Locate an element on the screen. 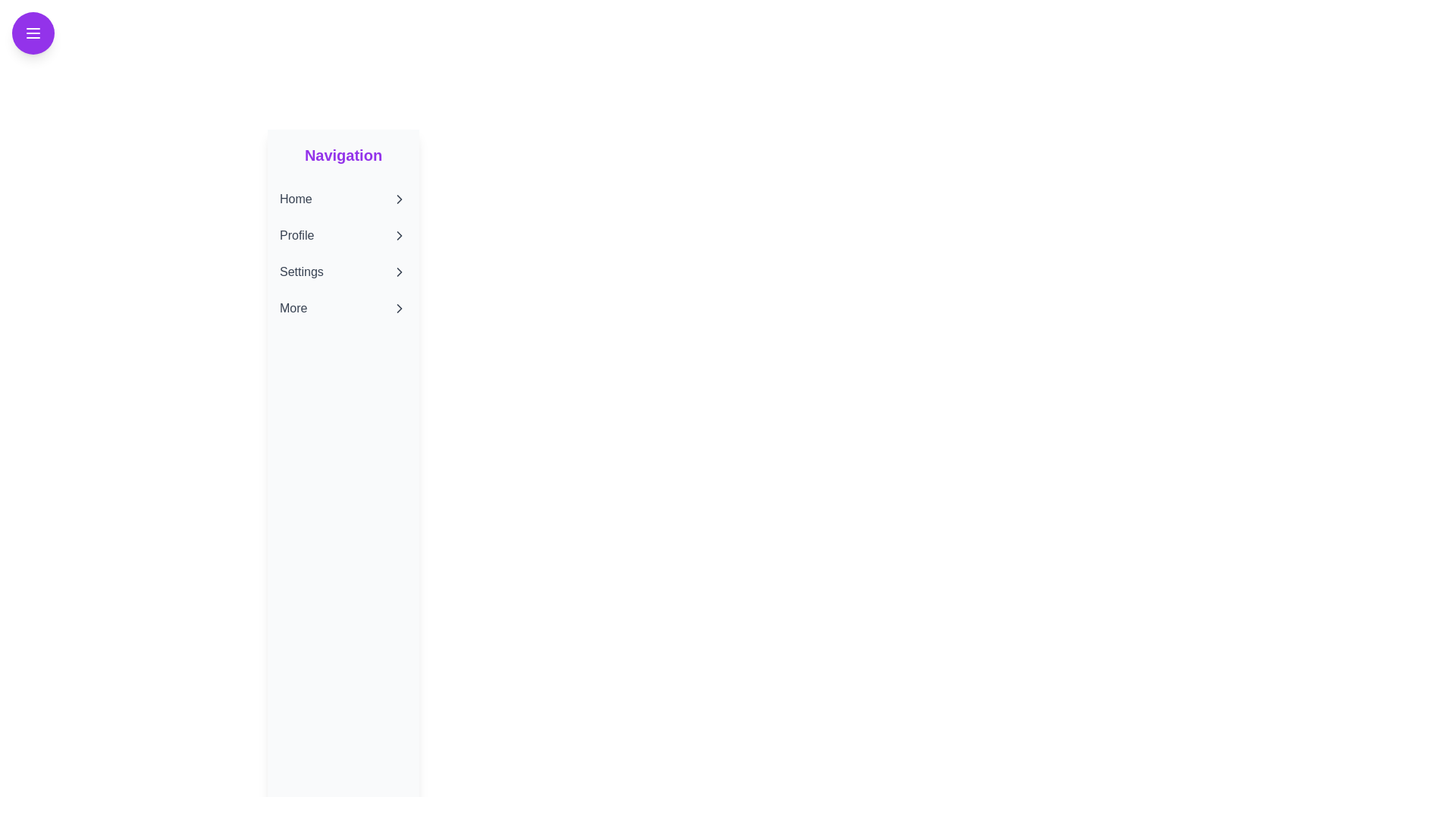  the navigation menu item Home is located at coordinates (342, 198).